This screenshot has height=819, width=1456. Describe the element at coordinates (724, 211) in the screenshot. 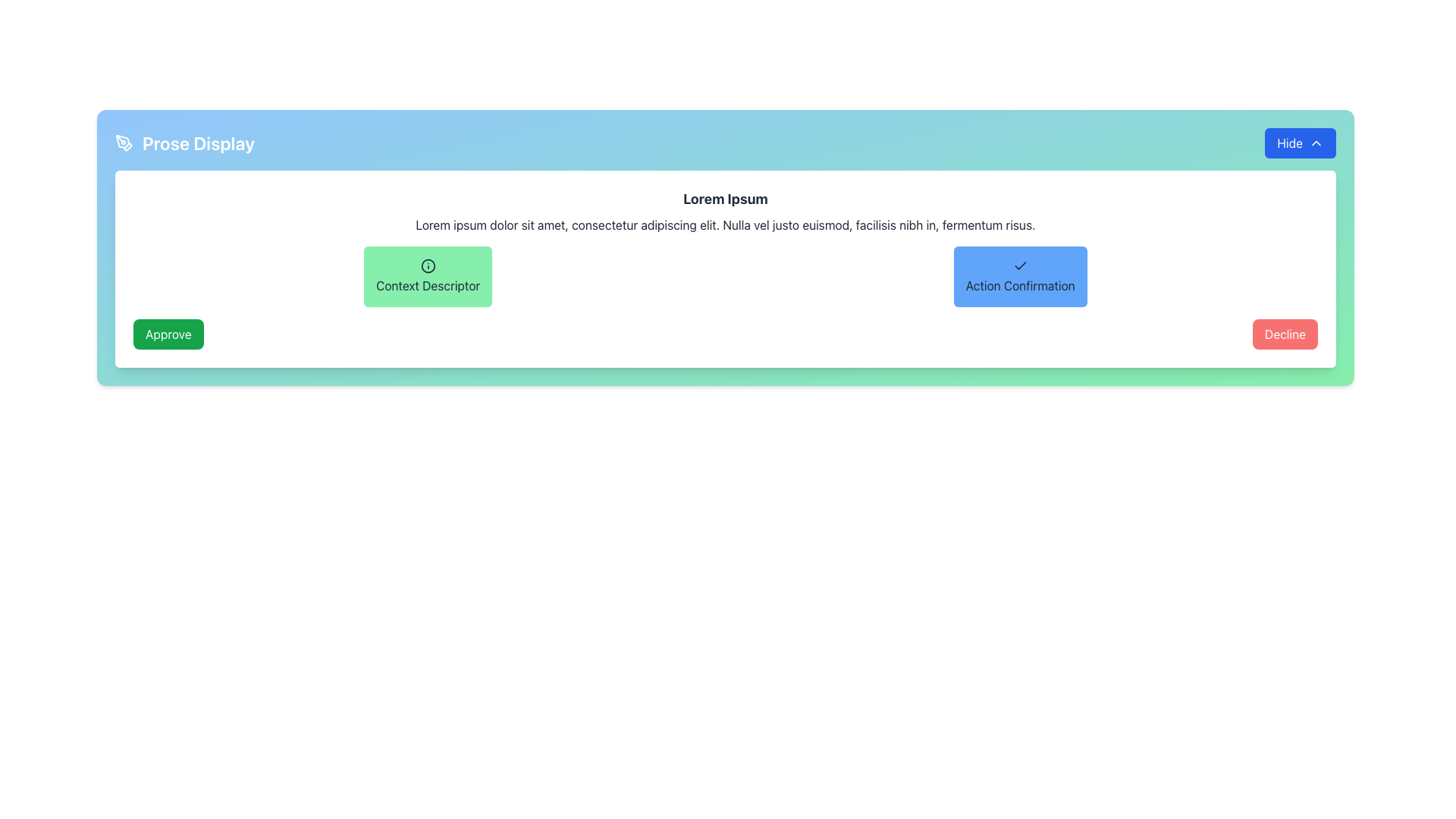

I see `text displayed in the Text Display element, which contains a bold headline 'Lorem Ipsum' and a body paragraph starting with 'Lorem ipsum dolor sit amet'` at that location.